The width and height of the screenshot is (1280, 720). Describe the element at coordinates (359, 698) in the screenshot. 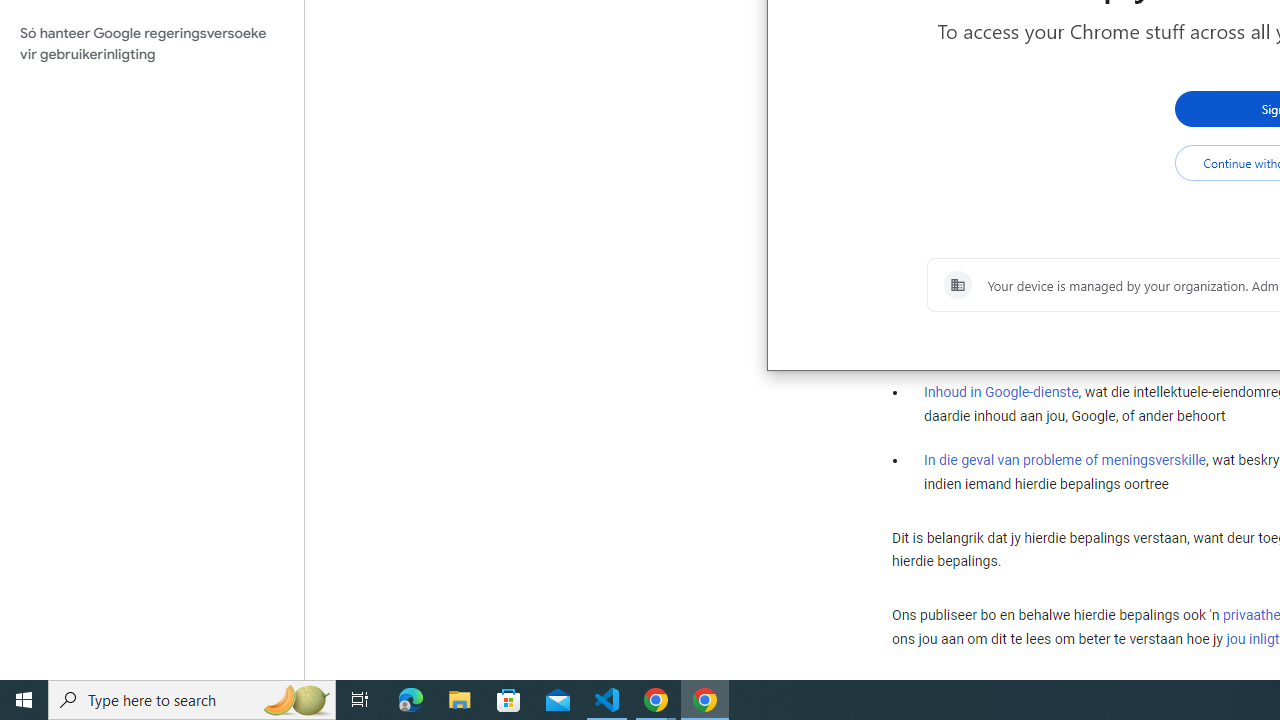

I see `'Task View'` at that location.